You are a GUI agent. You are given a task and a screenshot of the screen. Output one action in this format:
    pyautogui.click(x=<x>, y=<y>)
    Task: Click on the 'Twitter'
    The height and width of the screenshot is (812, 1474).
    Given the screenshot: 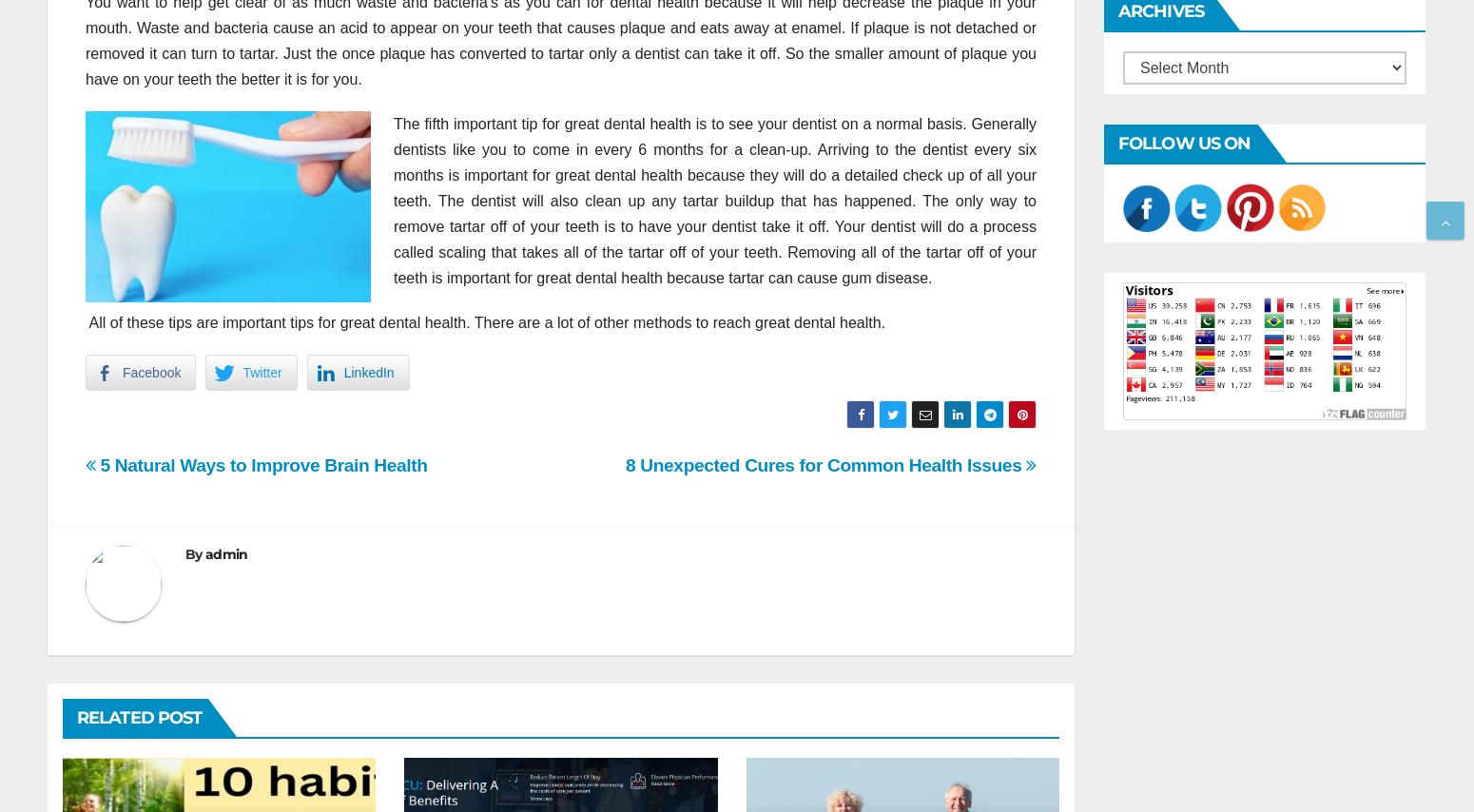 What is the action you would take?
    pyautogui.click(x=262, y=370)
    